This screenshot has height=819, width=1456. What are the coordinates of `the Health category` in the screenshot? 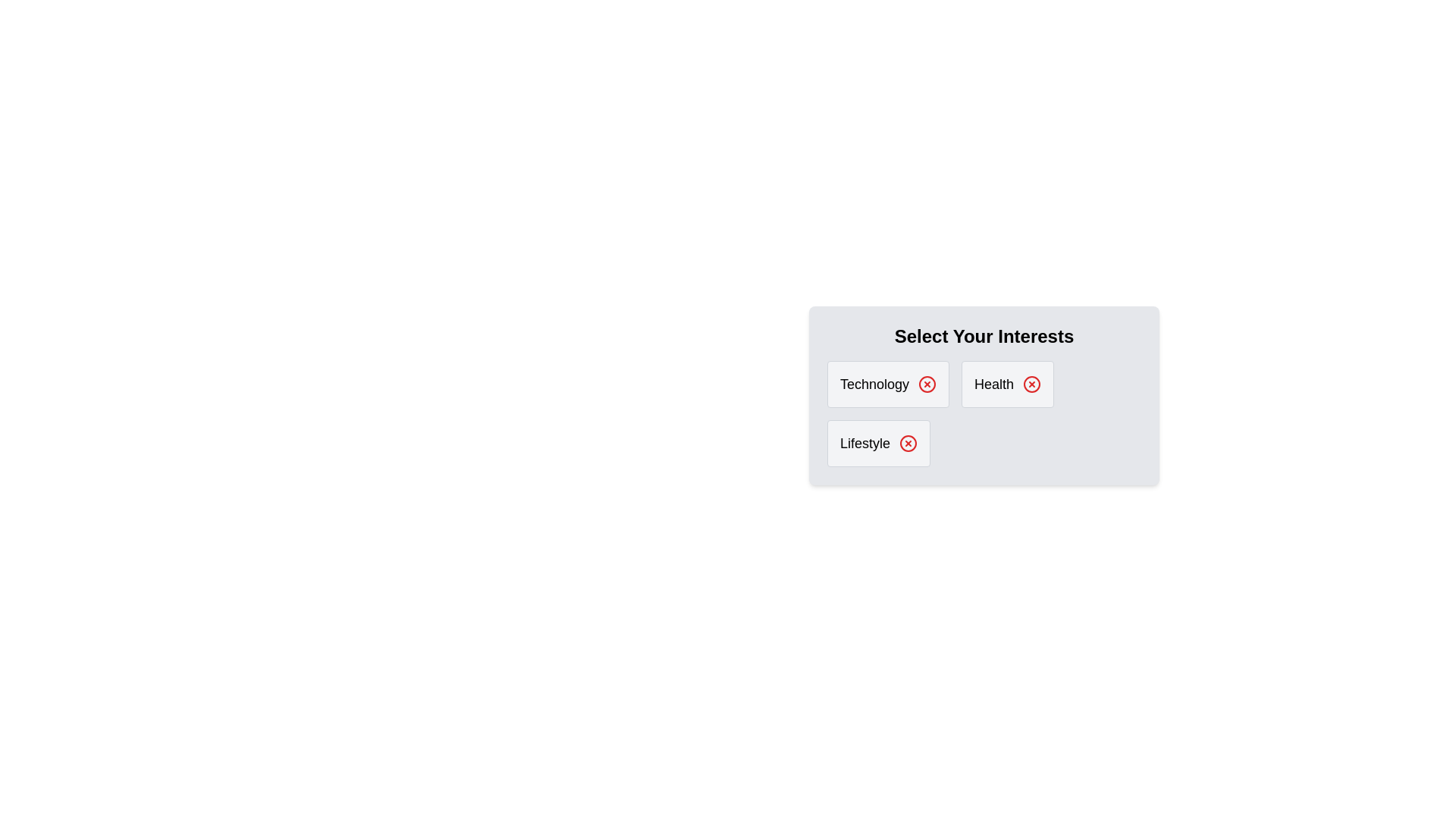 It's located at (1008, 383).